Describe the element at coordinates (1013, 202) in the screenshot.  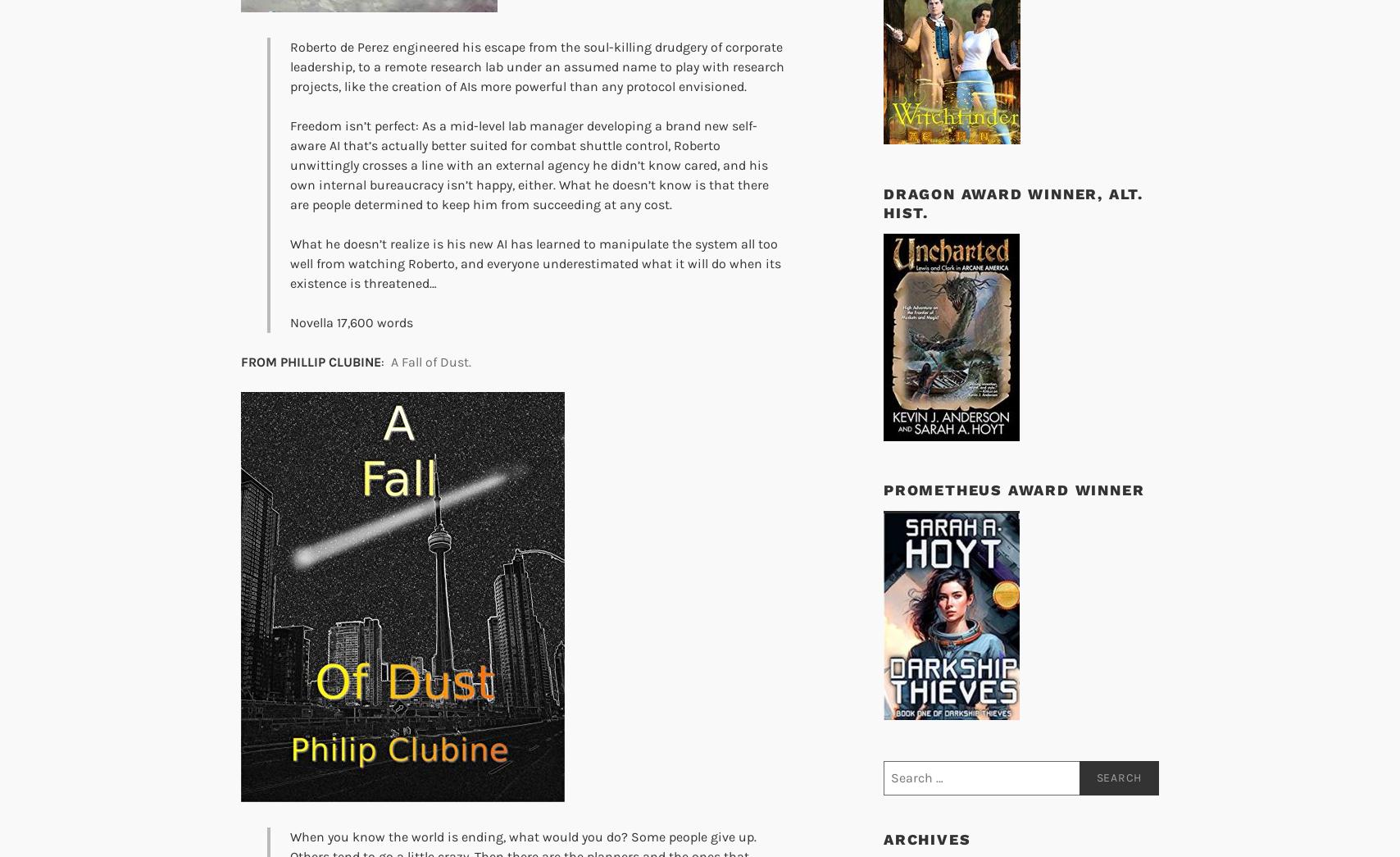
I see `'Dragon Award Winner, Alt. Hist.'` at that location.